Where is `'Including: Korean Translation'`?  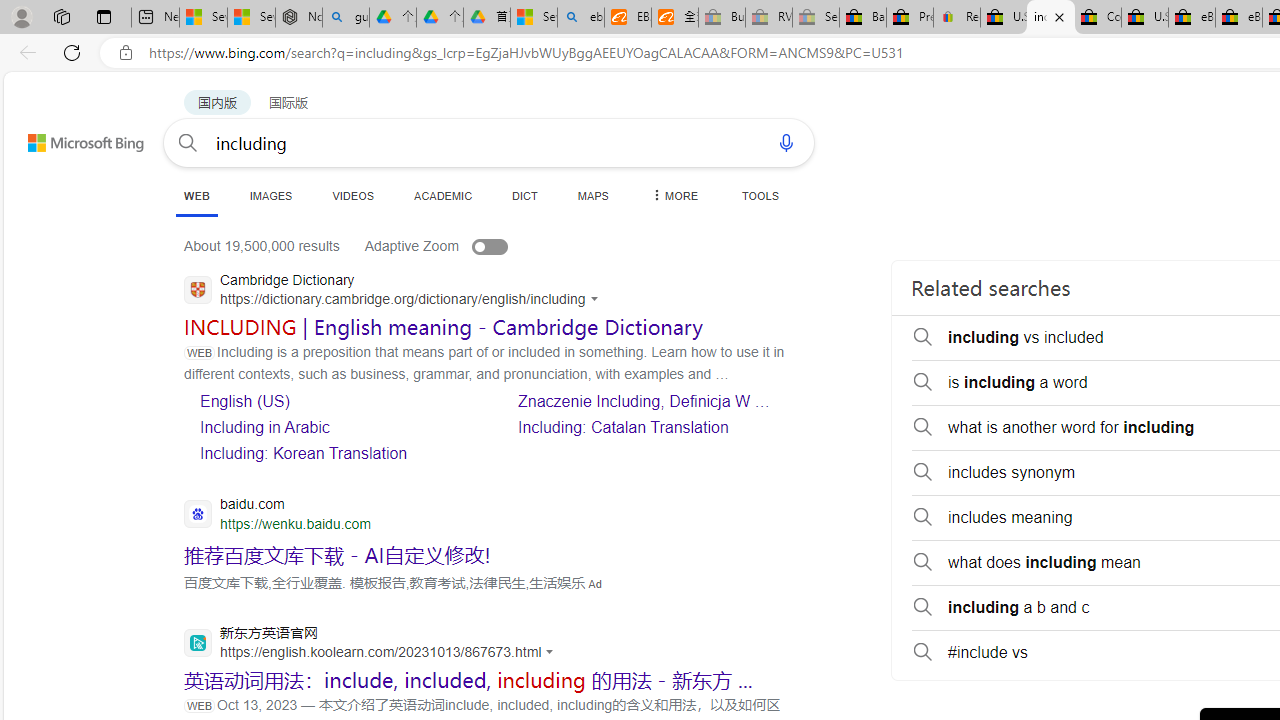 'Including: Korean Translation' is located at coordinates (303, 453).